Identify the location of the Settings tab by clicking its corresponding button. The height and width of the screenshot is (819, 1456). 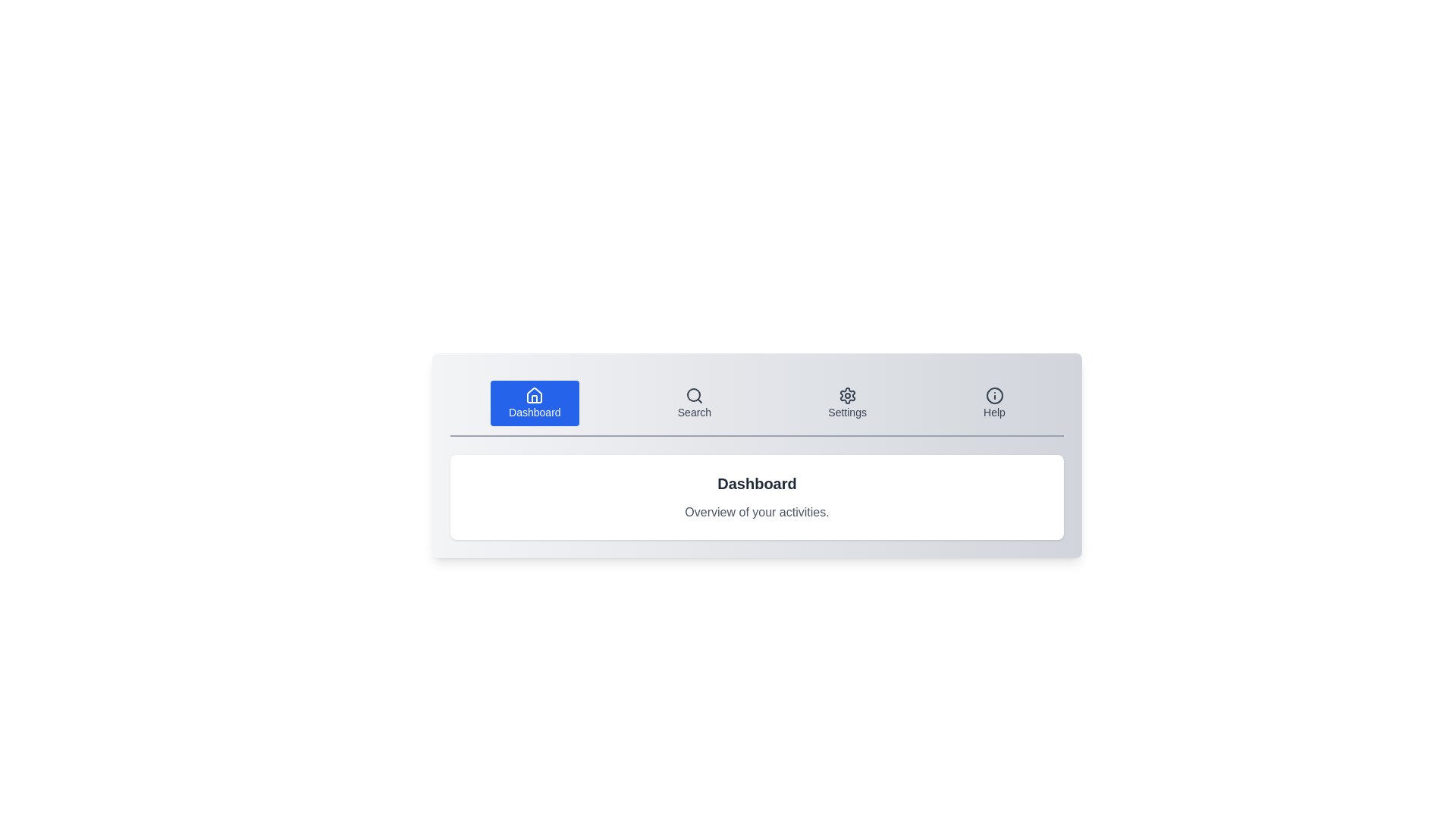
(847, 403).